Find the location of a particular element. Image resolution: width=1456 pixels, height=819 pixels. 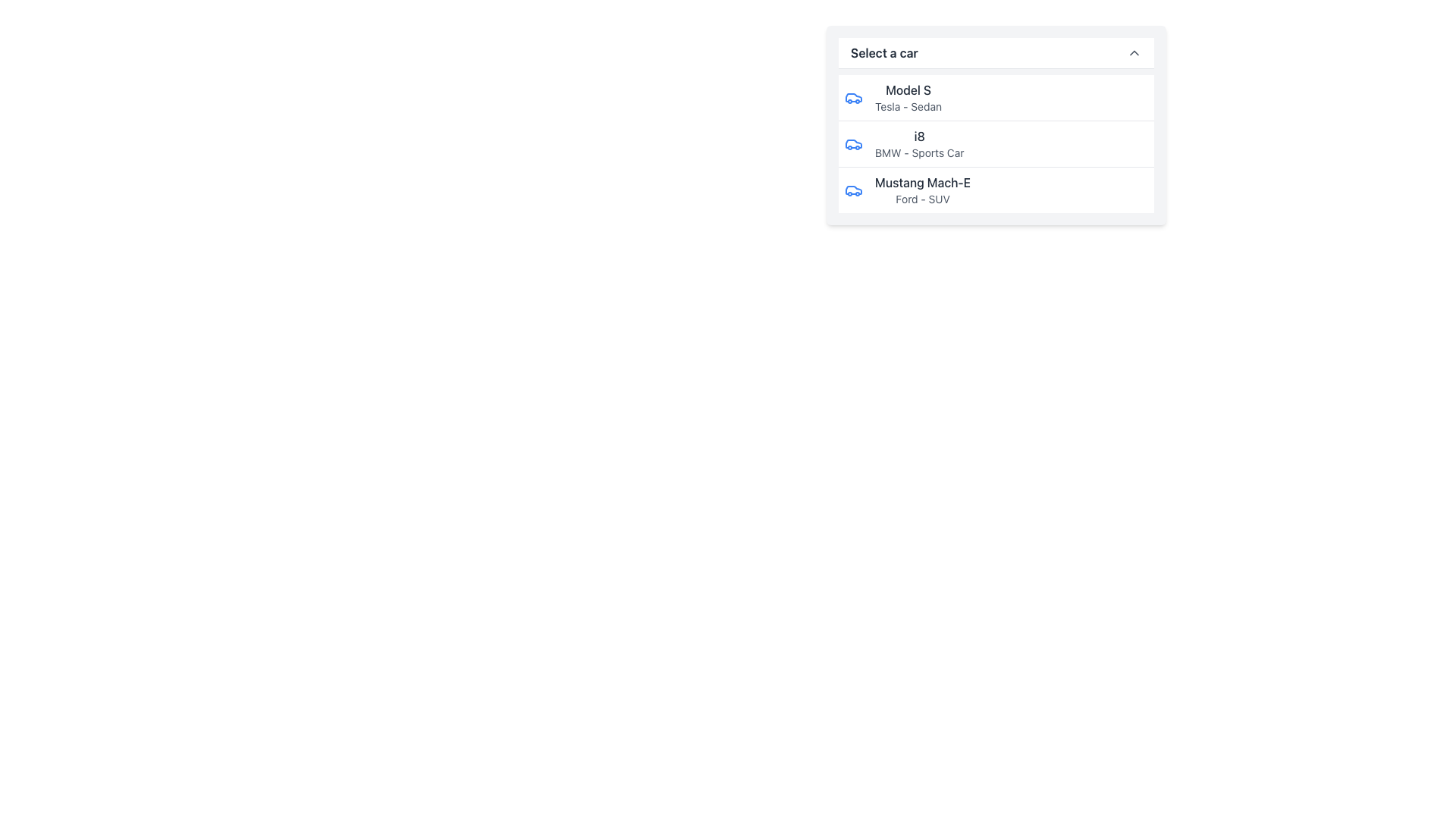

the text box labeled 'i8' which is the second item in the dropdown menu of car options is located at coordinates (918, 143).